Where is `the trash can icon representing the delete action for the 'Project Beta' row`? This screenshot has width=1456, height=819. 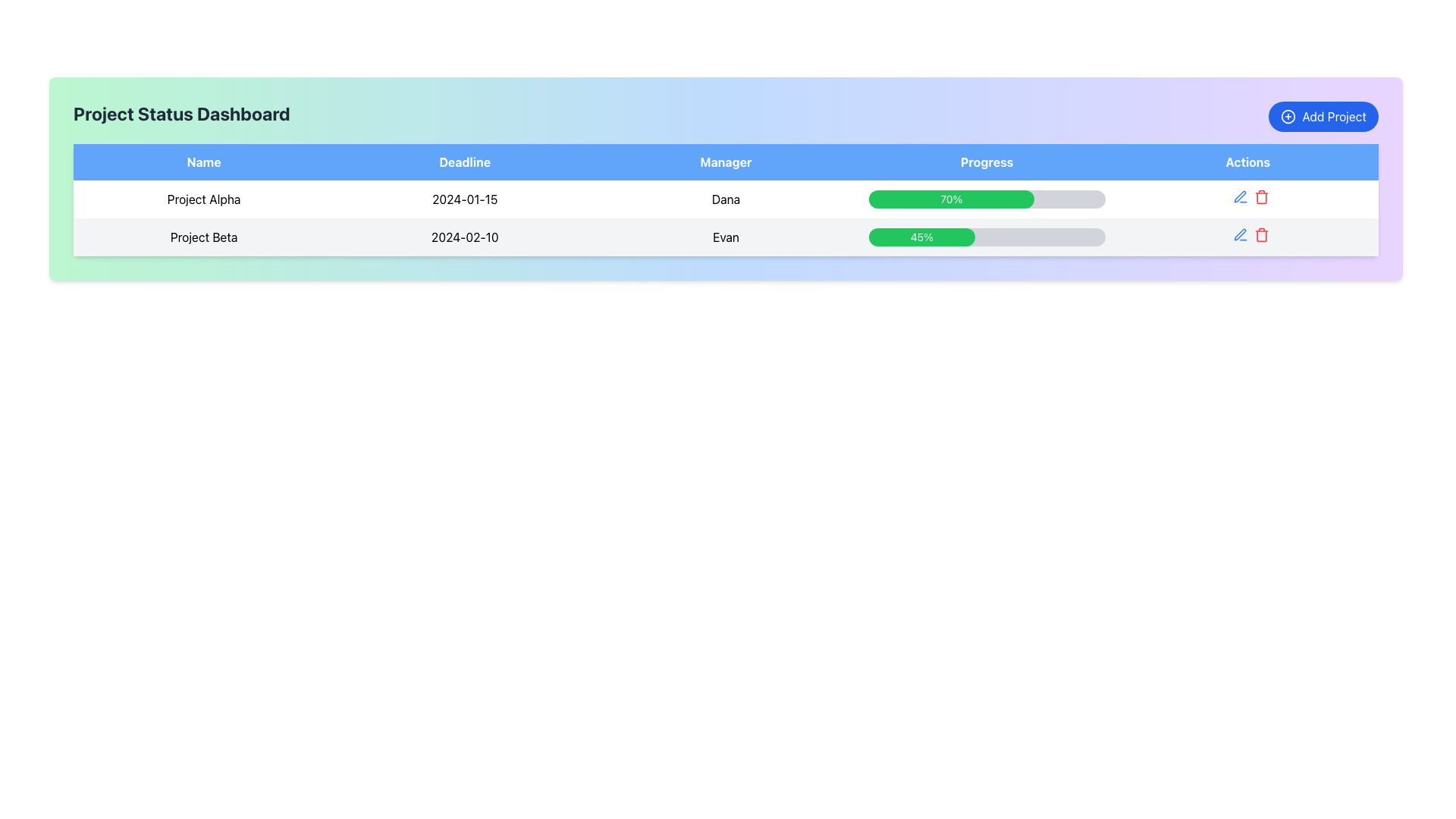
the trash can icon representing the delete action for the 'Project Beta' row is located at coordinates (1261, 236).